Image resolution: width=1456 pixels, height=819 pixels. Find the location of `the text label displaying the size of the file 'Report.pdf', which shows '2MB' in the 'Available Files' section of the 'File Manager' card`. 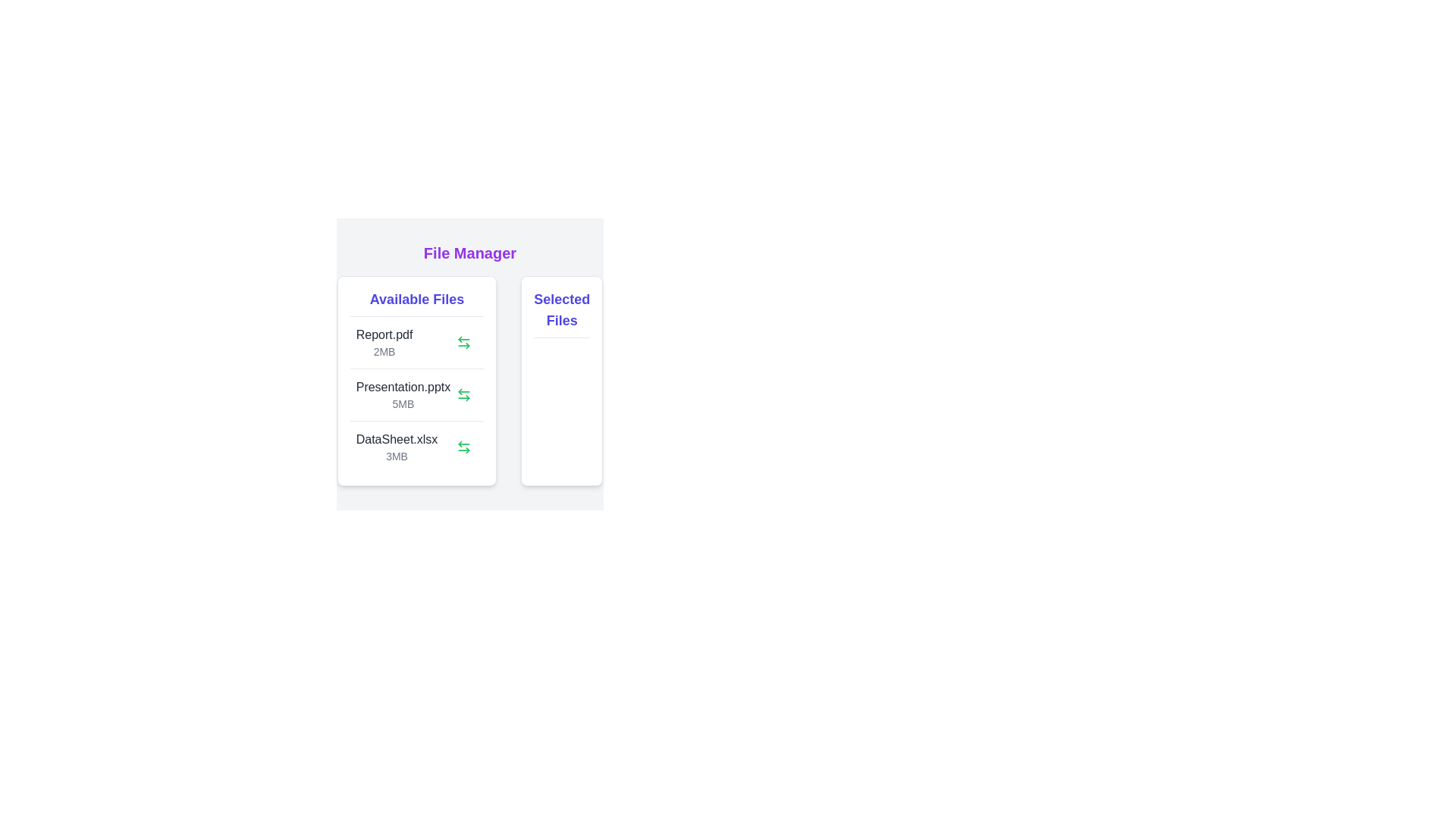

the text label displaying the size of the file 'Report.pdf', which shows '2MB' in the 'Available Files' section of the 'File Manager' card is located at coordinates (384, 351).